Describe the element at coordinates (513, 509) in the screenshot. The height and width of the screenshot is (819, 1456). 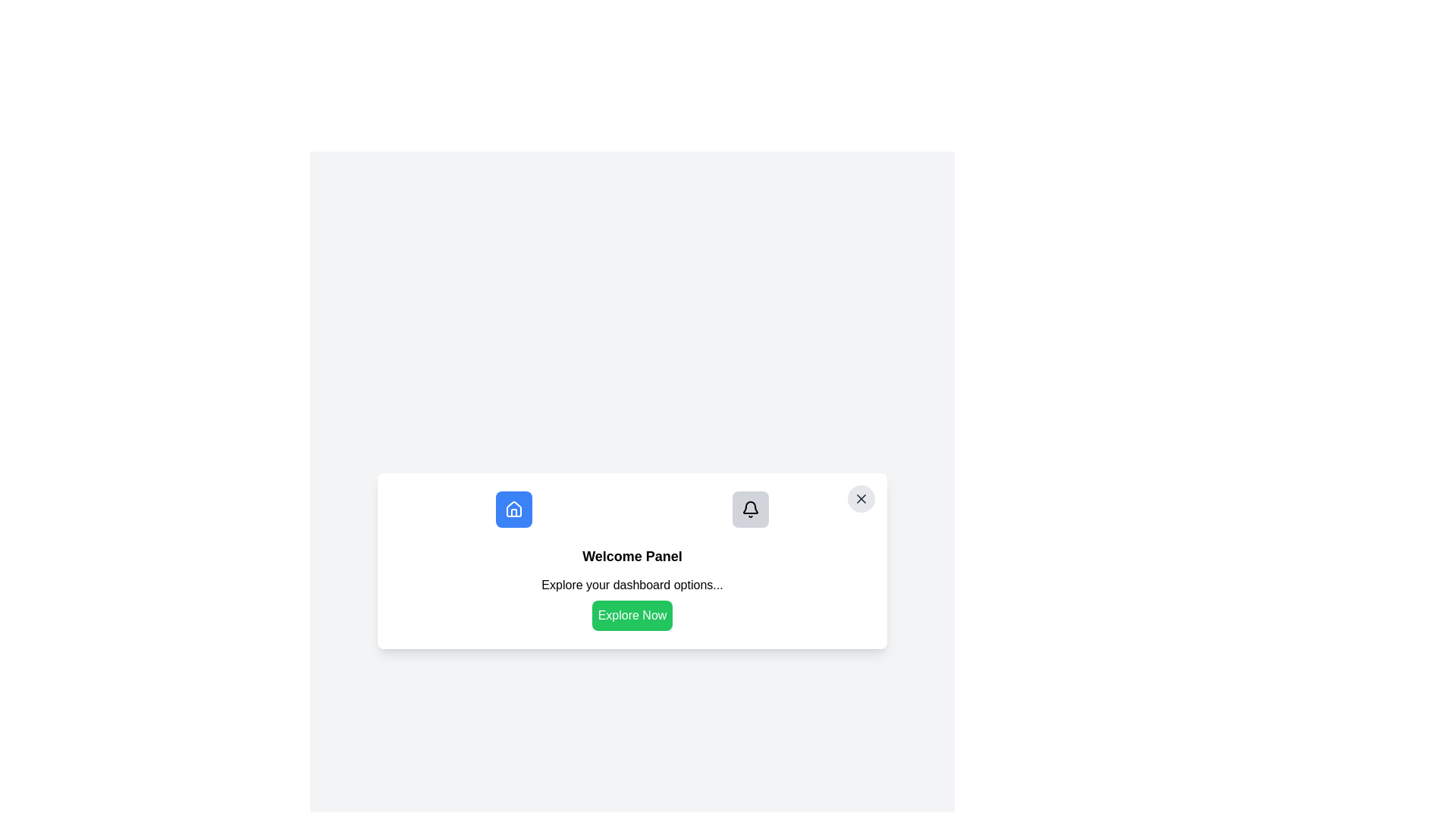
I see `the clickable button with an embedded house icon, which serves as a navigational shortcut to the home page` at that location.